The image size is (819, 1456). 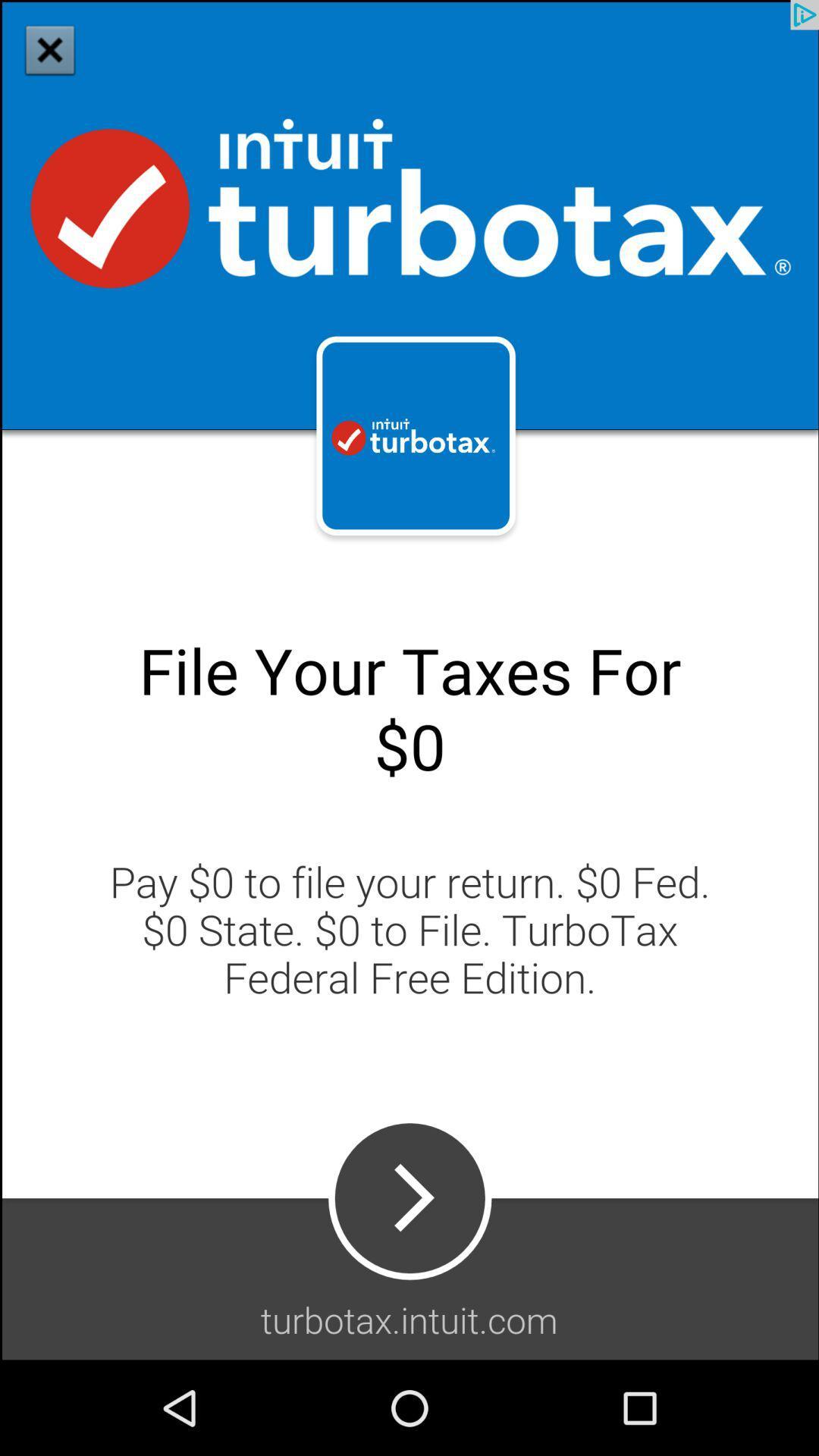 I want to click on the close icon, so click(x=49, y=49).